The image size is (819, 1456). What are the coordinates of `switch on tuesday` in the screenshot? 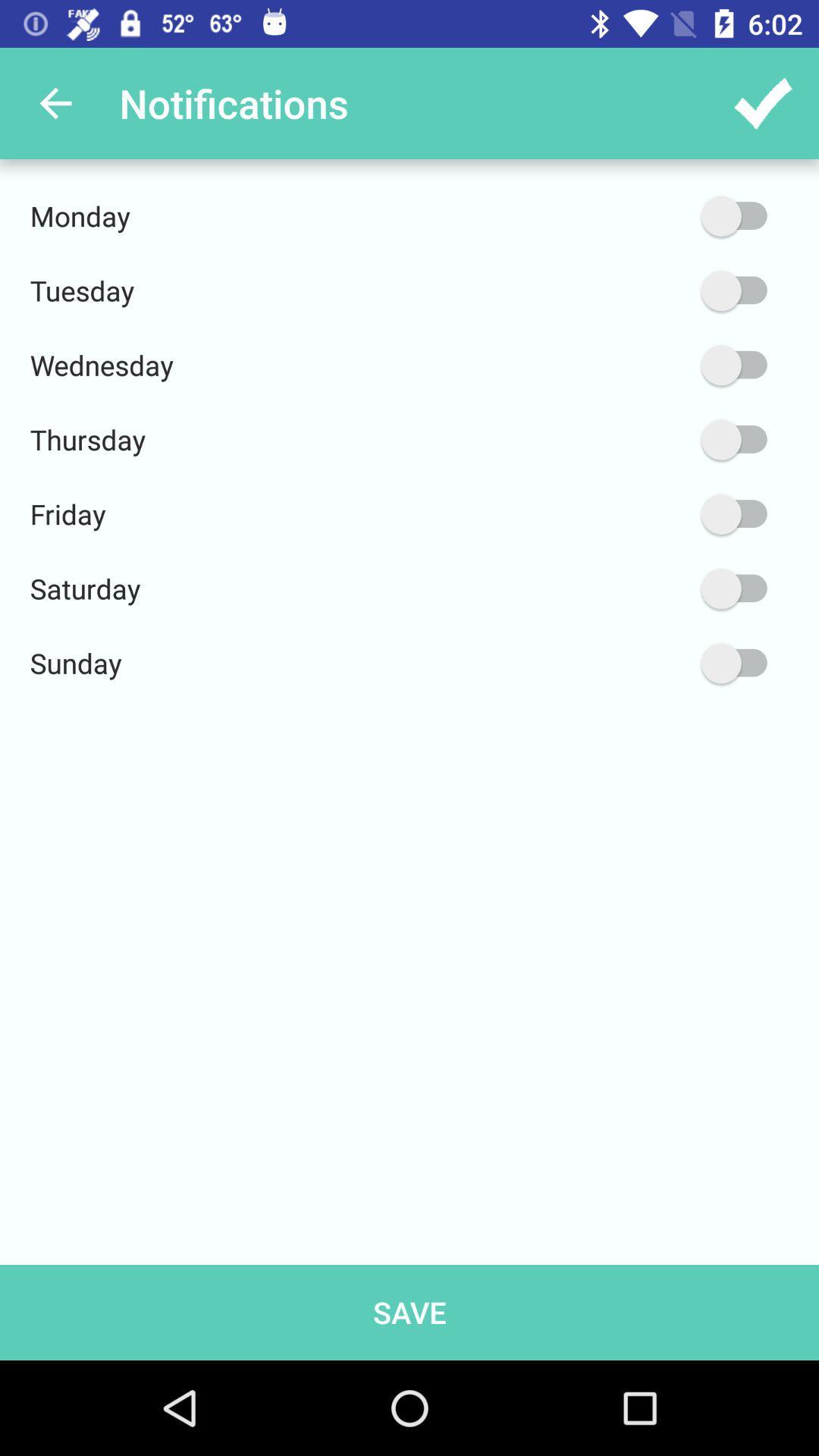 It's located at (661, 290).